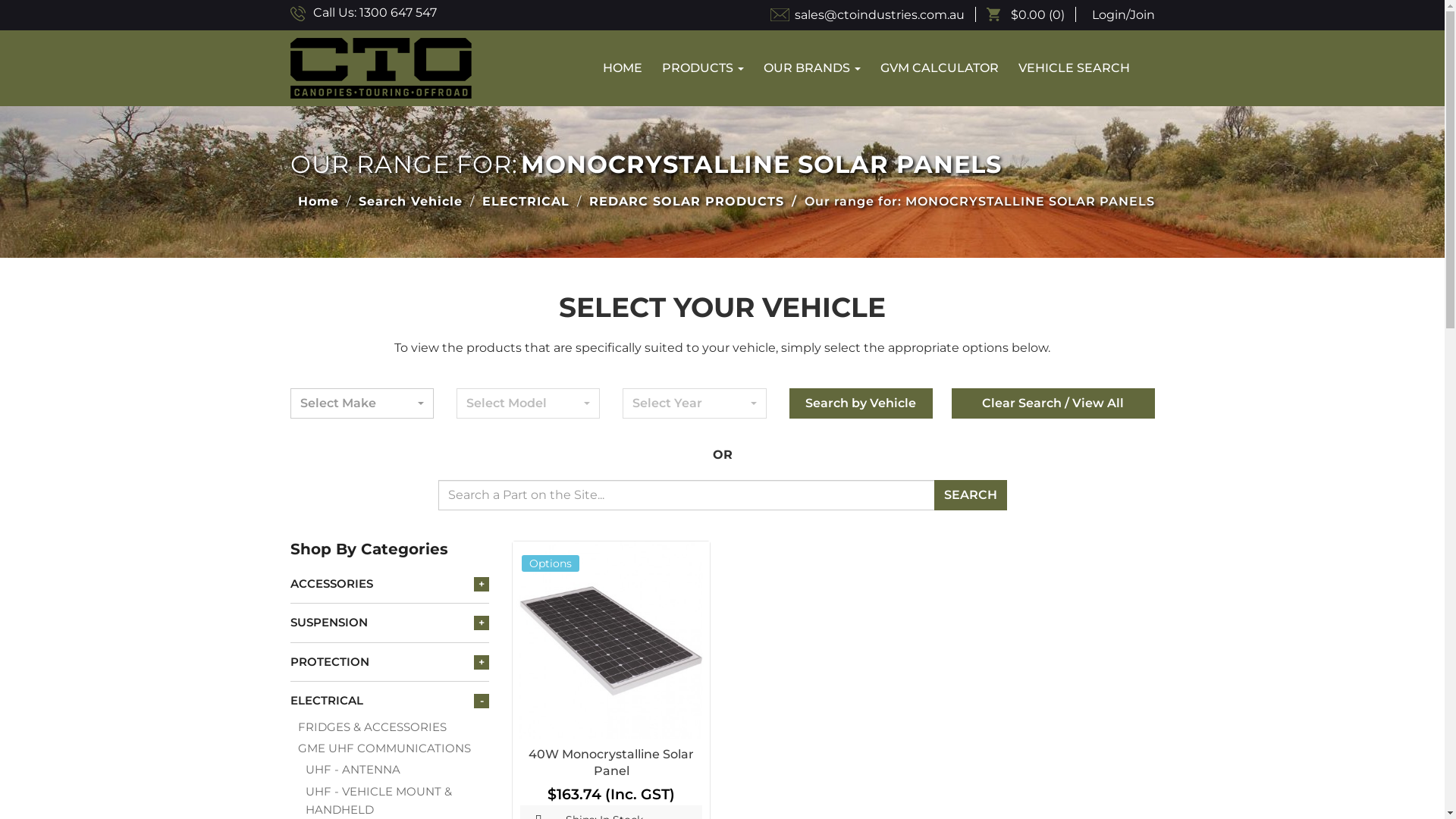  Describe the element at coordinates (480, 623) in the screenshot. I see `'+'` at that location.